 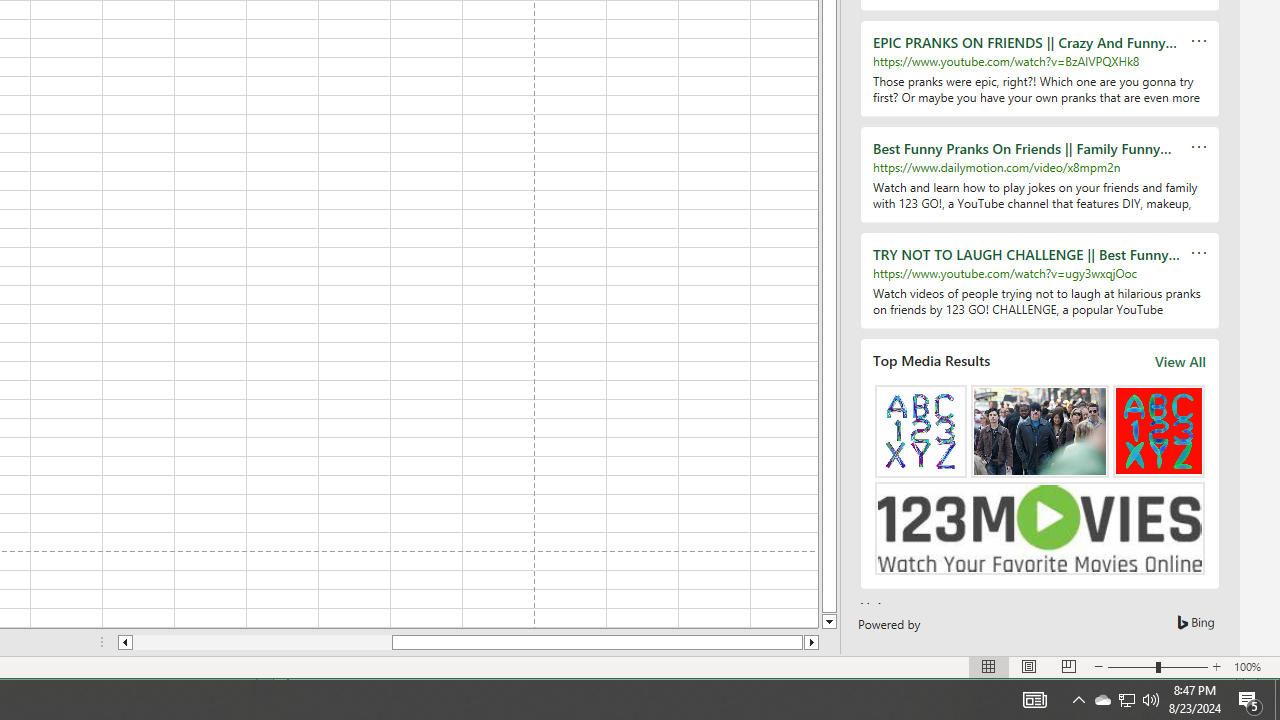 What do you see at coordinates (1250, 698) in the screenshot?
I see `'Action Center, 5 new notifications'` at bounding box center [1250, 698].